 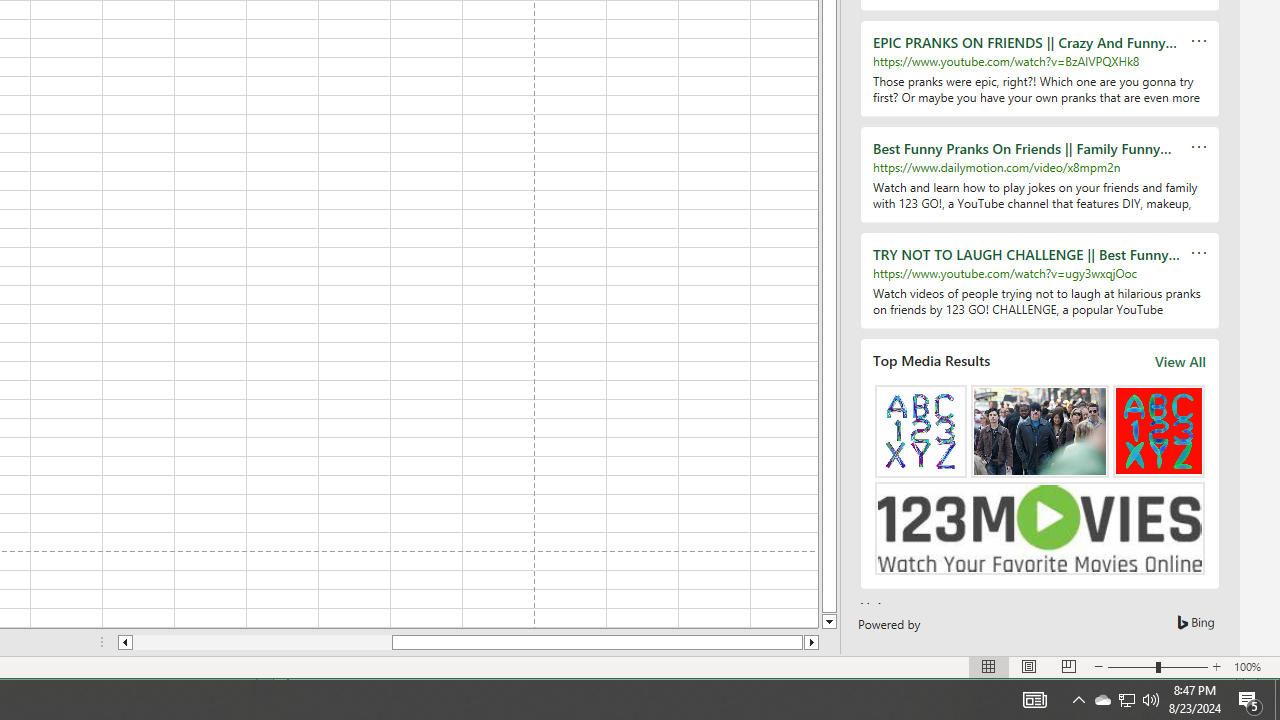 What do you see at coordinates (1250, 698) in the screenshot?
I see `'Action Center, 5 new notifications'` at bounding box center [1250, 698].